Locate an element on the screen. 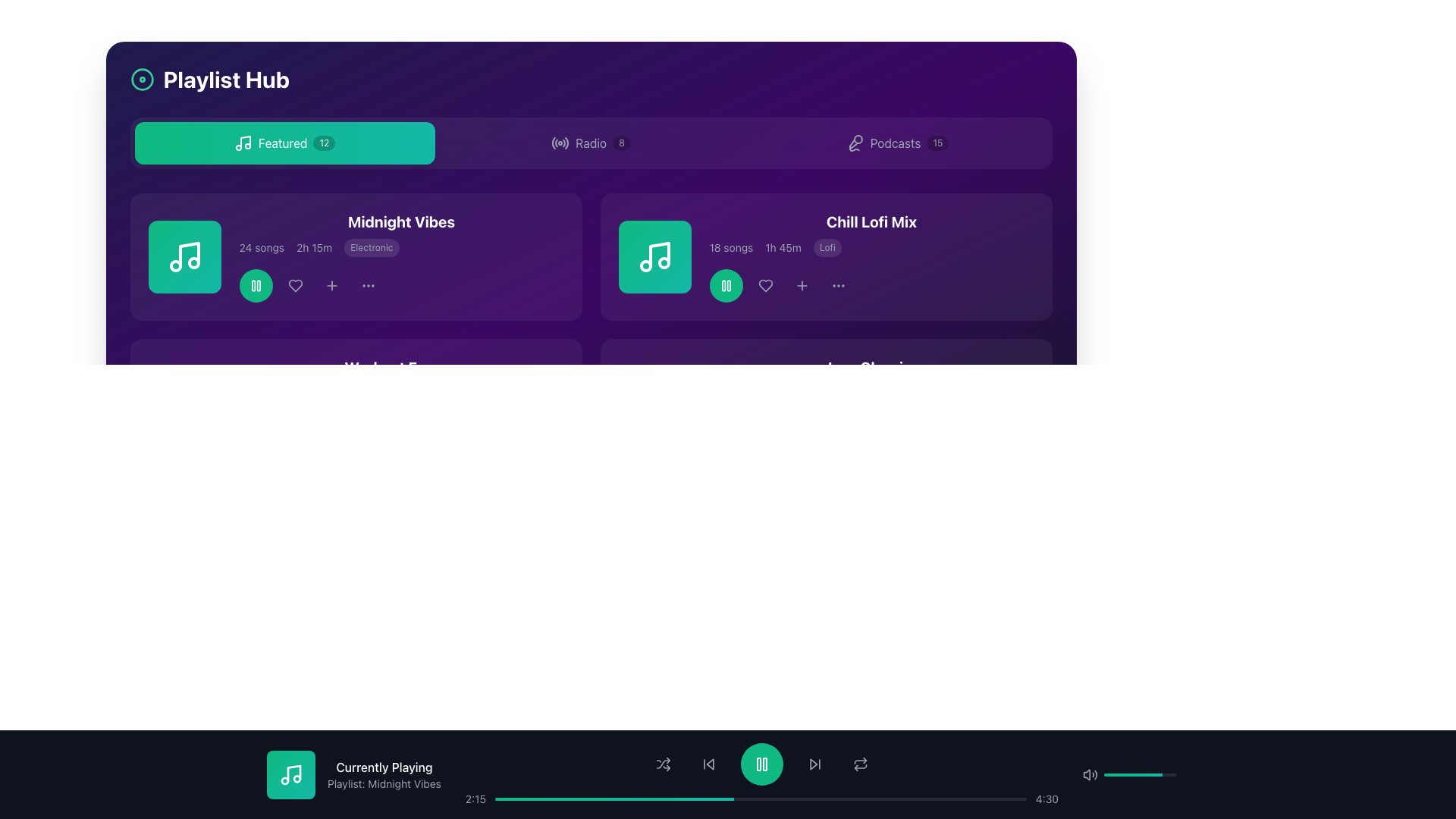  the textual badge displaying '15' located to the right of the 'Podcasts' label in the top navigation bar is located at coordinates (937, 143).